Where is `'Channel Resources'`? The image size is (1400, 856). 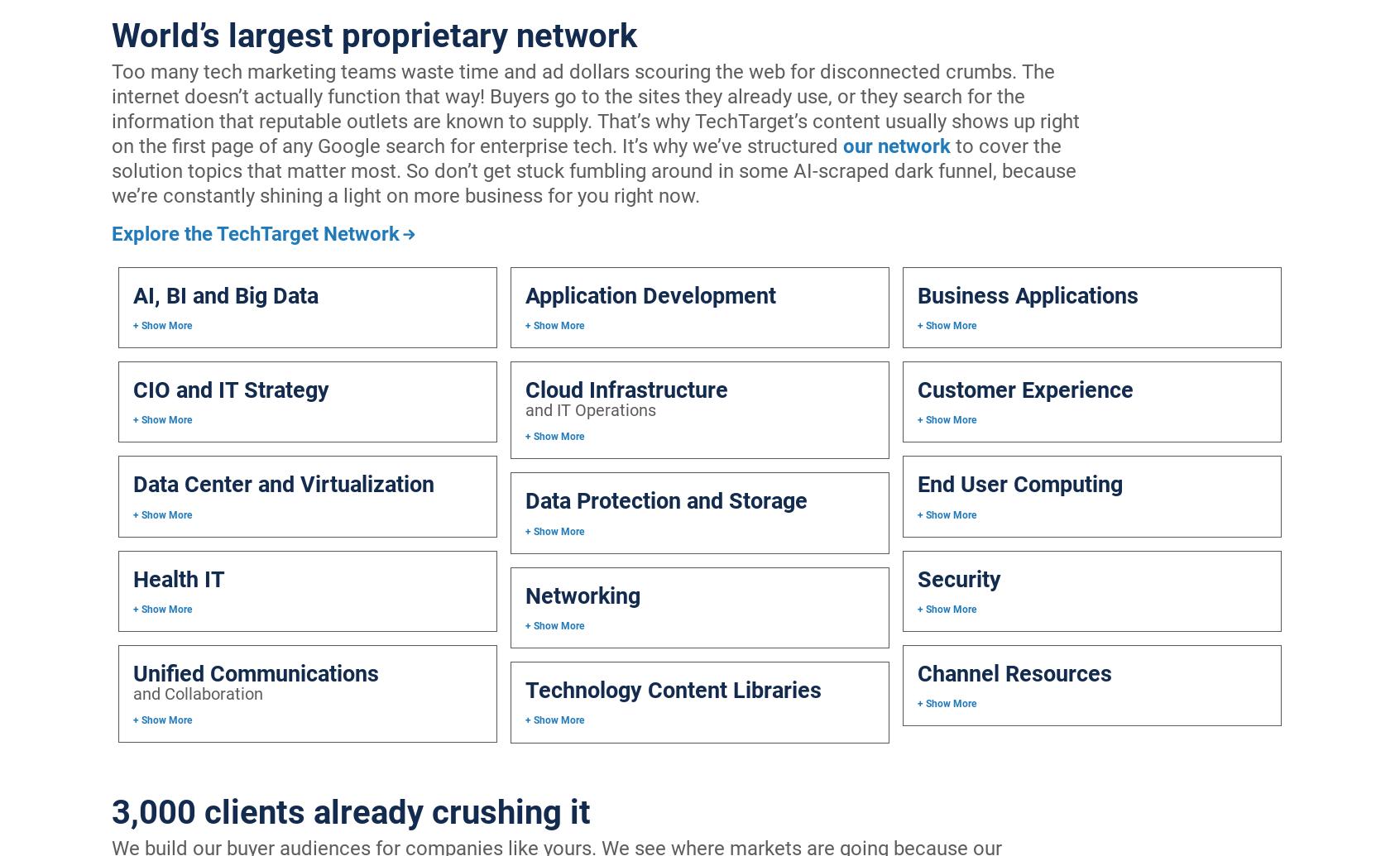
'Channel Resources' is located at coordinates (916, 672).